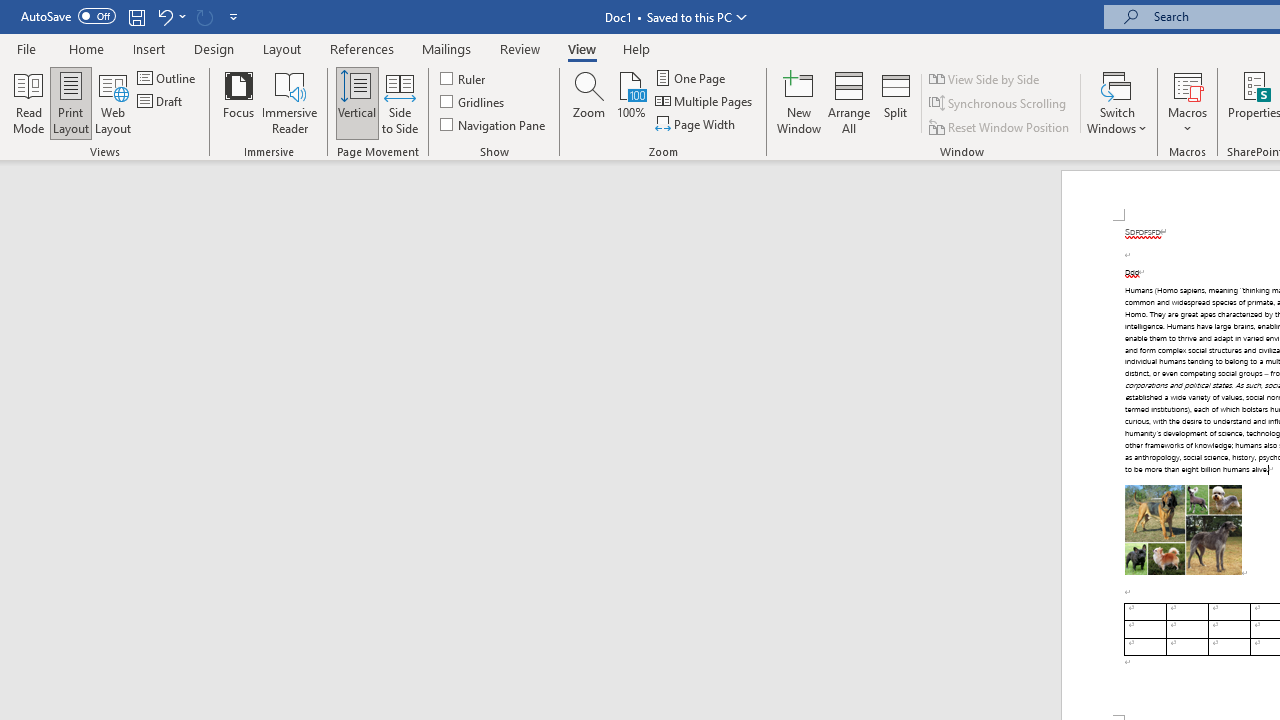  I want to click on 'Zoom...', so click(588, 103).